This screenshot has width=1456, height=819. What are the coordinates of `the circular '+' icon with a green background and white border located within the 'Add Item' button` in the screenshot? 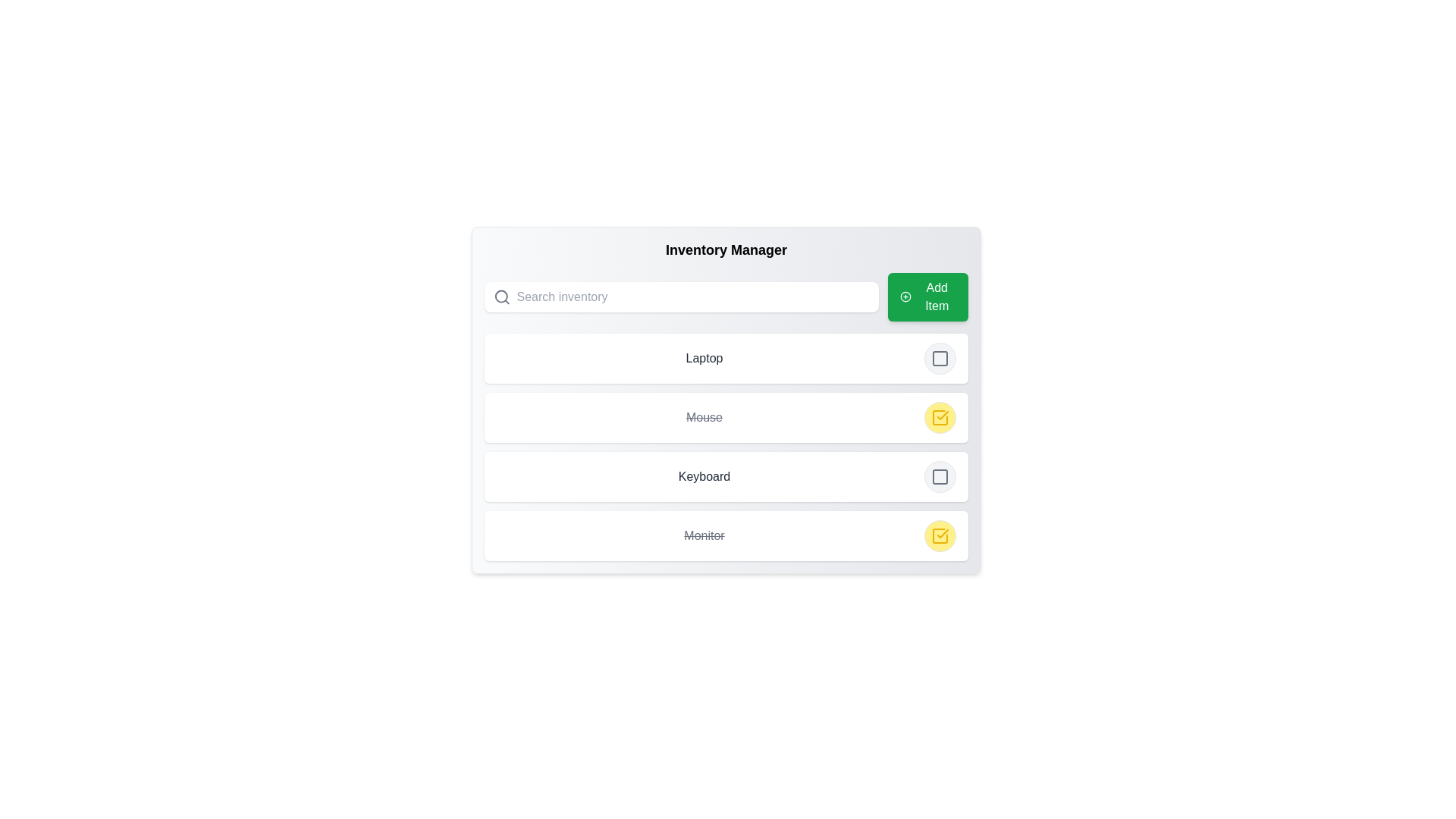 It's located at (905, 297).